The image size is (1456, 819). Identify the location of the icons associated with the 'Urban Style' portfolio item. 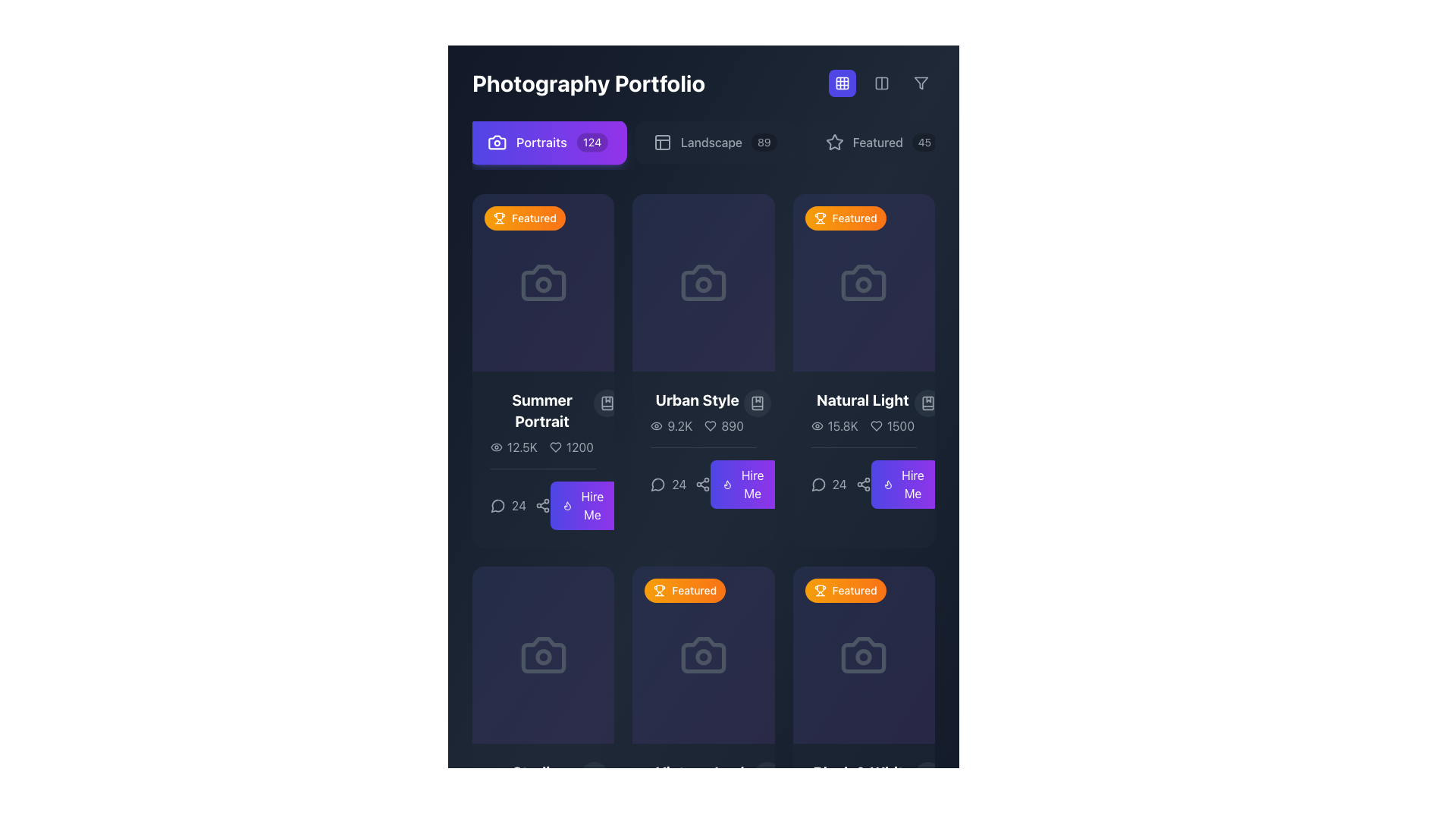
(702, 413).